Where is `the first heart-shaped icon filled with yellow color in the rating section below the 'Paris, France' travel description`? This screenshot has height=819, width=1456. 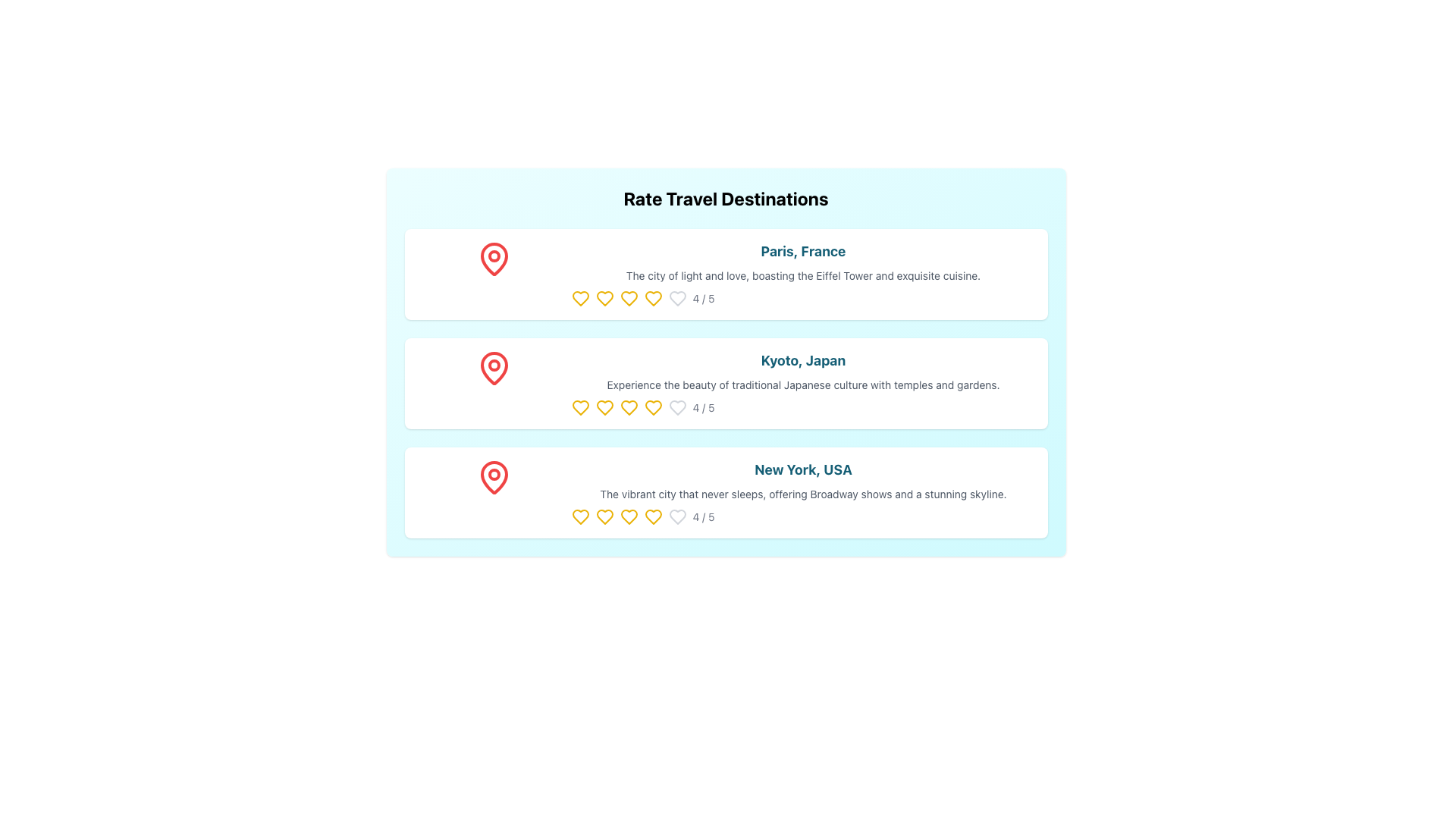
the first heart-shaped icon filled with yellow color in the rating section below the 'Paris, France' travel description is located at coordinates (579, 298).